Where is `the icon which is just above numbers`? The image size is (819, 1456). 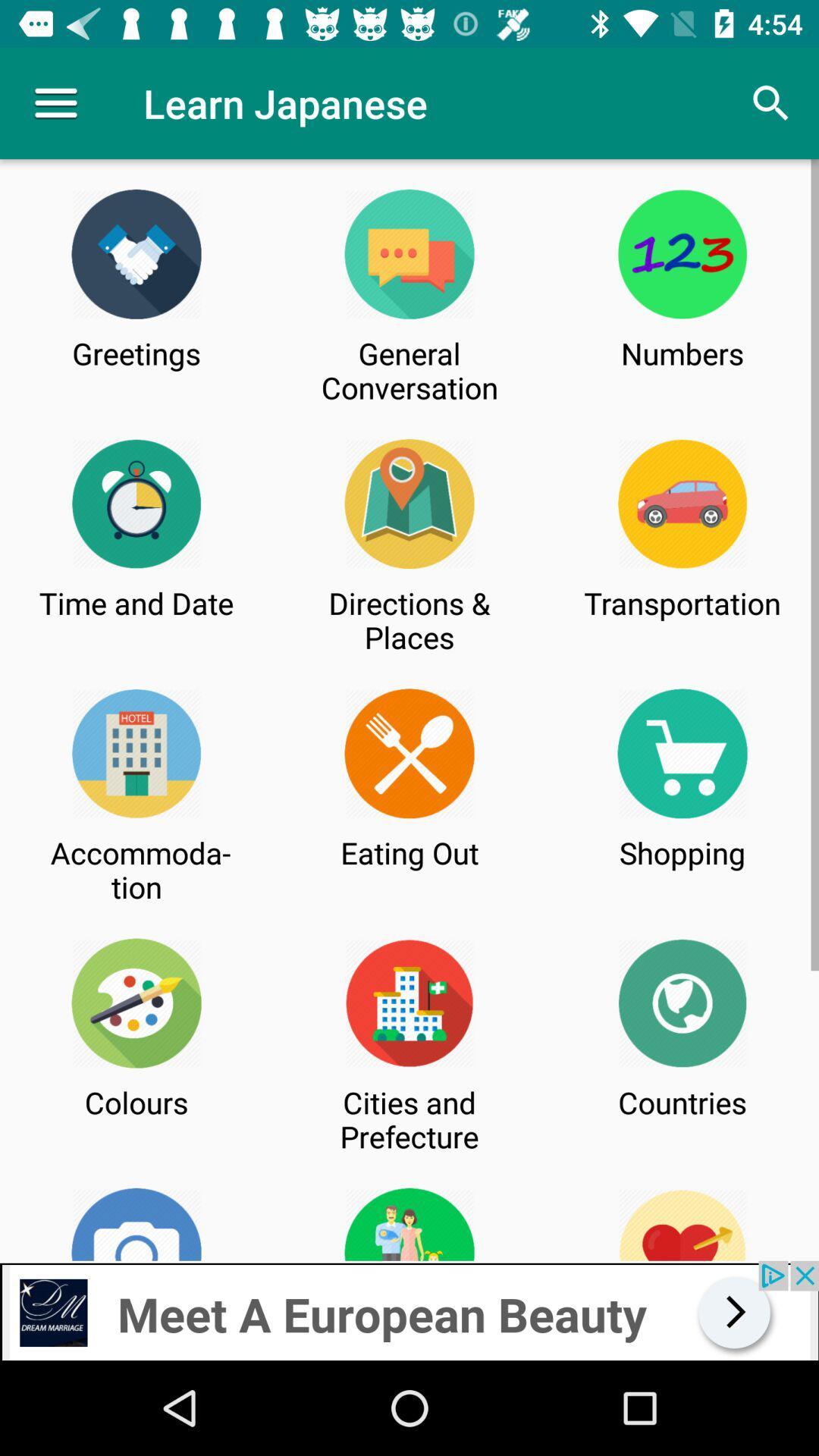
the icon which is just above numbers is located at coordinates (682, 254).